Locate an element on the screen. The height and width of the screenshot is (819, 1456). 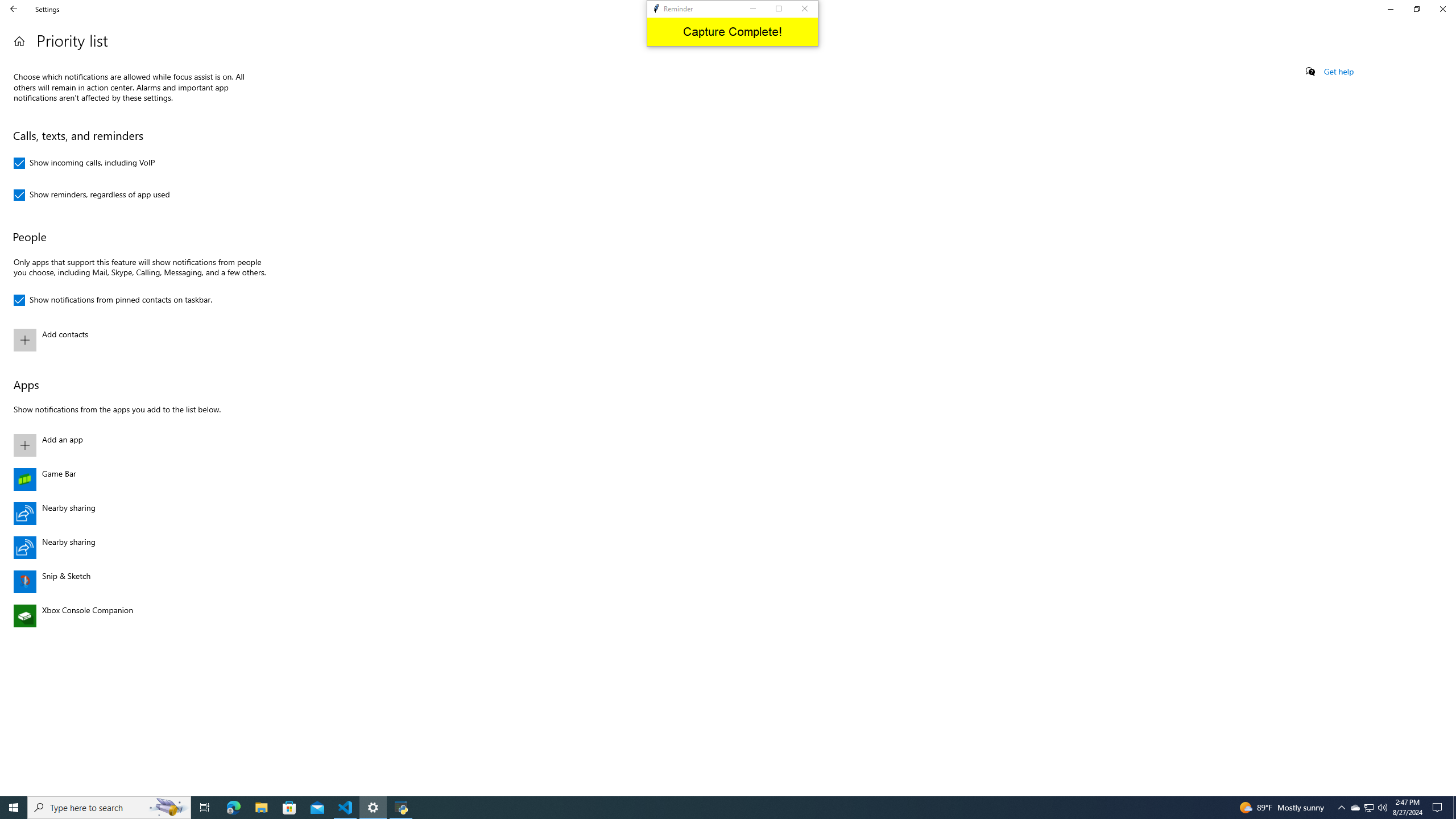
'Xbox Console Companion' is located at coordinates (136, 615).